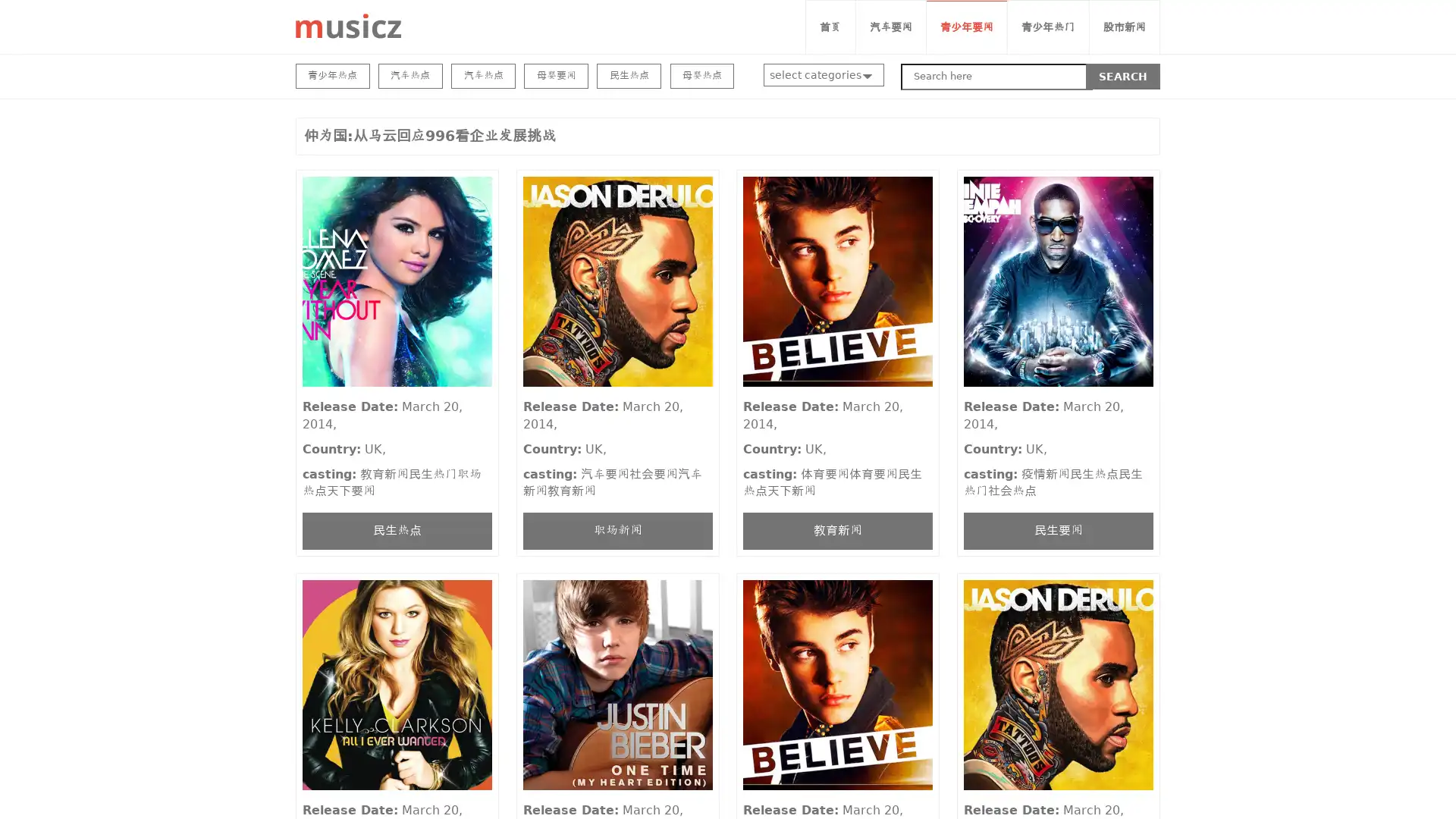 This screenshot has height=819, width=1456. Describe the element at coordinates (1123, 76) in the screenshot. I see `search` at that location.